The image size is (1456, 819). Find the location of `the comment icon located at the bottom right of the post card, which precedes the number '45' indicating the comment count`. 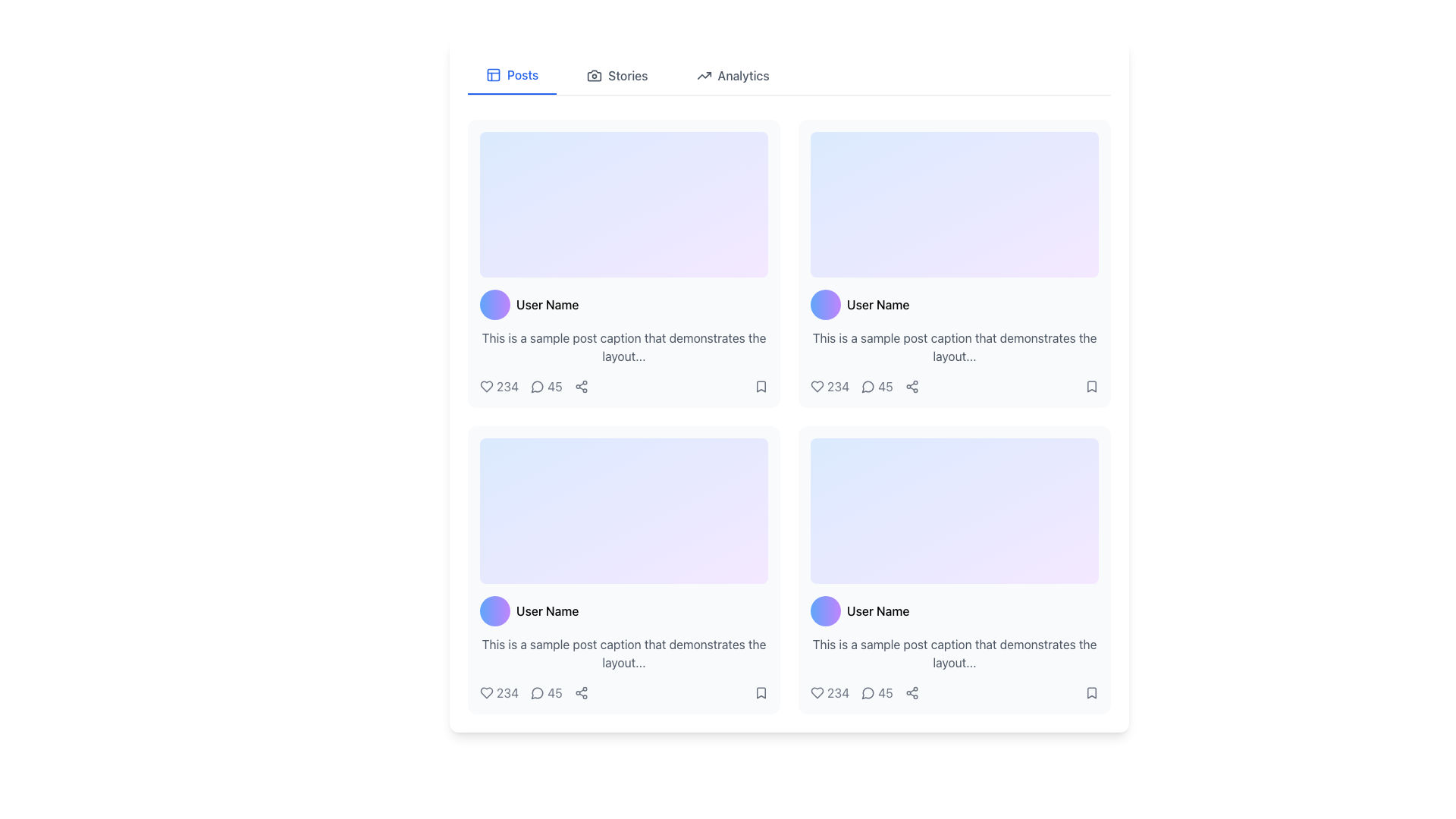

the comment icon located at the bottom right of the post card, which precedes the number '45' indicating the comment count is located at coordinates (868, 385).